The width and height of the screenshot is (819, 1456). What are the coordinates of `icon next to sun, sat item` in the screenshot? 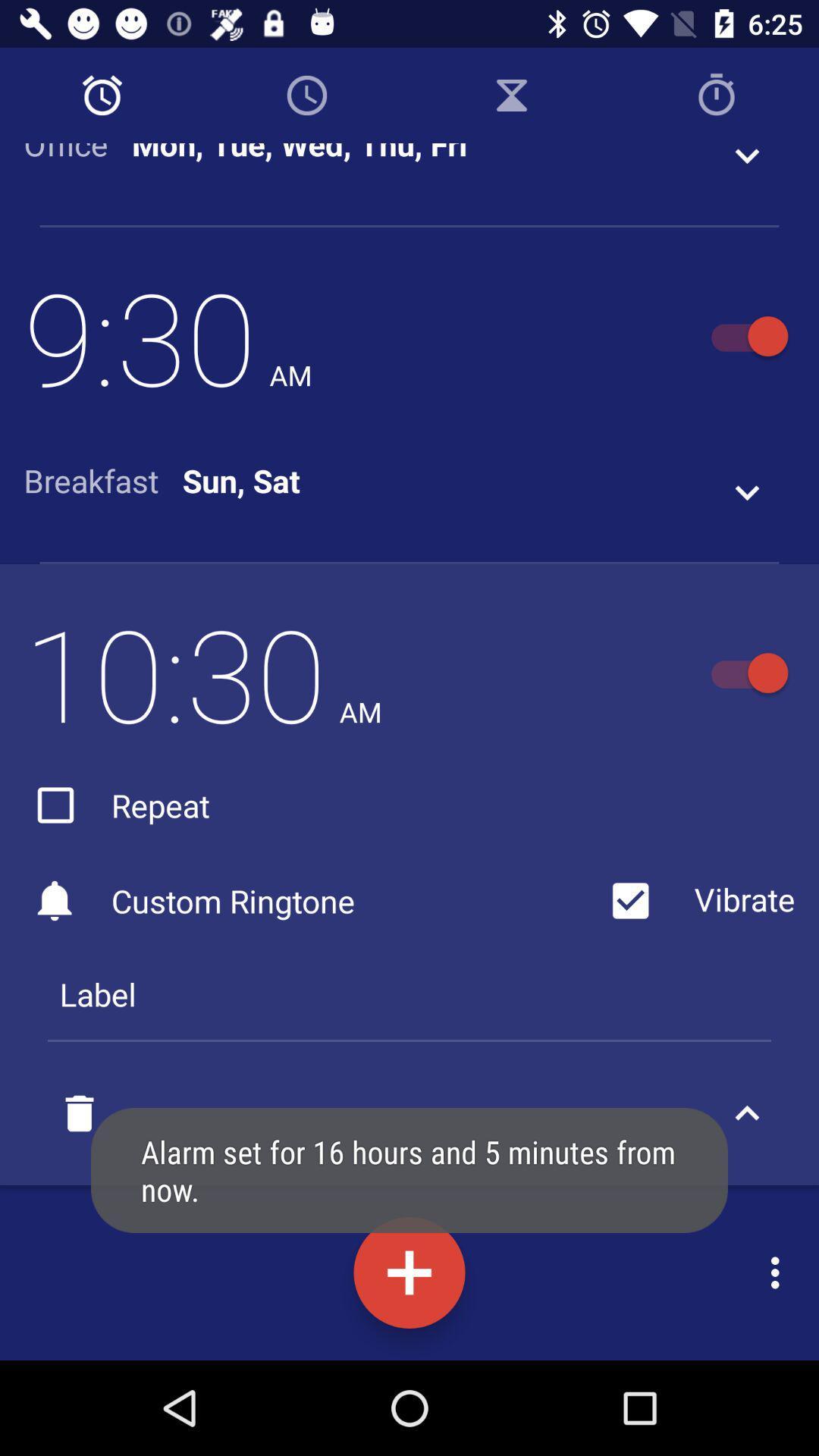 It's located at (102, 479).